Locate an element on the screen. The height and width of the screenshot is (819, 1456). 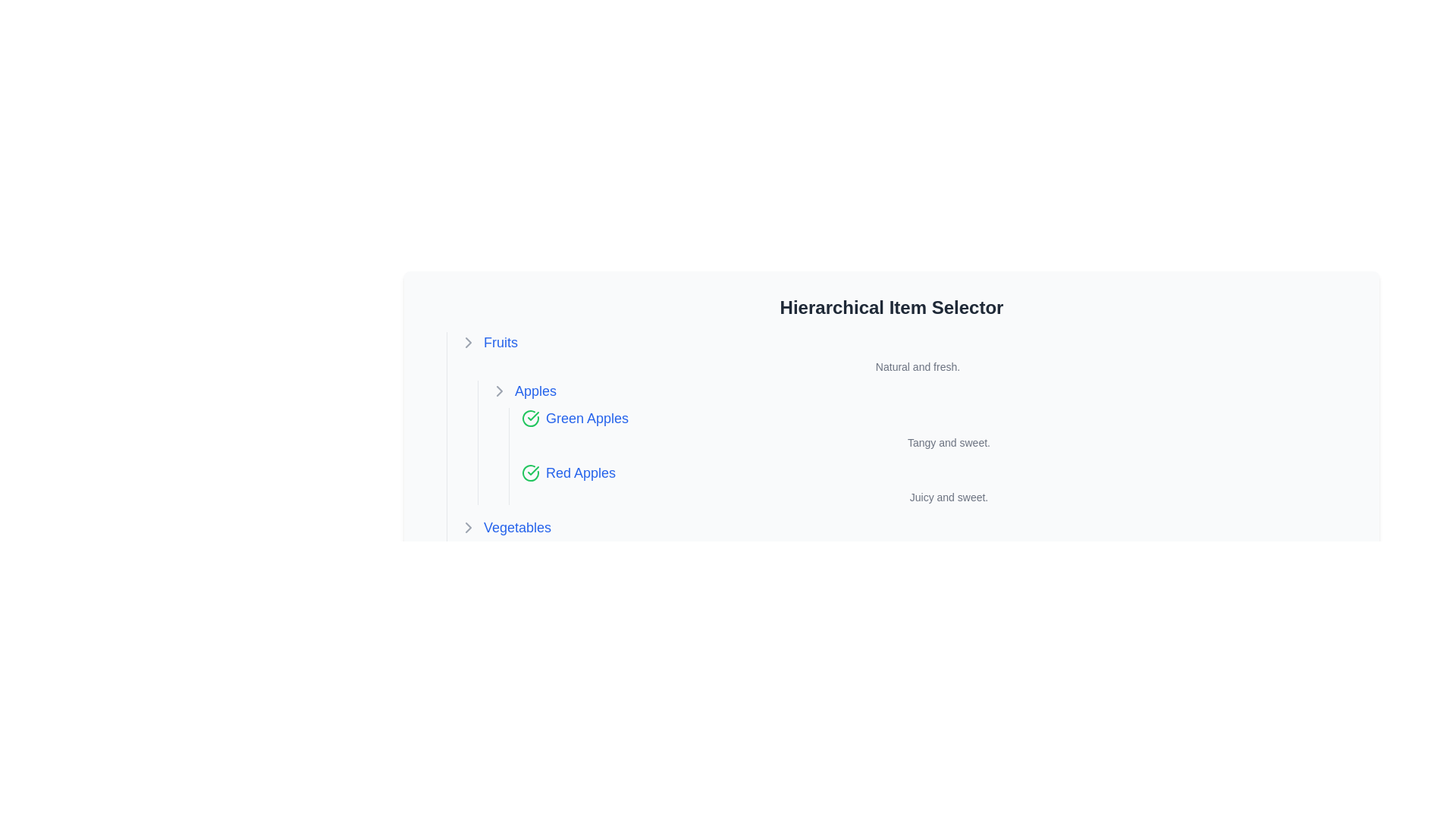
the green circle icon with a checkmark, which indicates confirmation or selection, located to the left of the text 'Green Apples' is located at coordinates (531, 418).